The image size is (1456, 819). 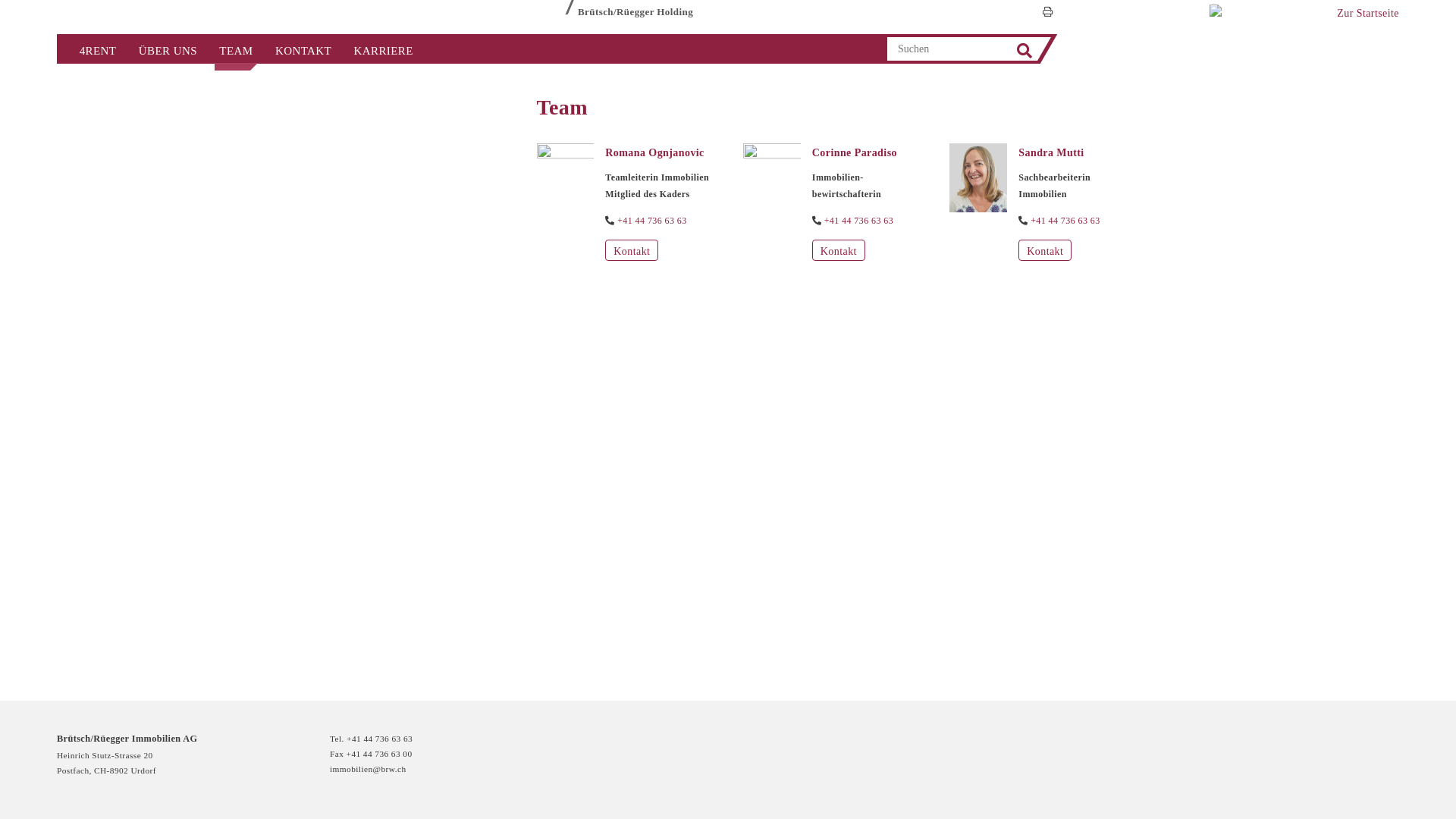 What do you see at coordinates (823, 221) in the screenshot?
I see `'+41 44 736 63 63'` at bounding box center [823, 221].